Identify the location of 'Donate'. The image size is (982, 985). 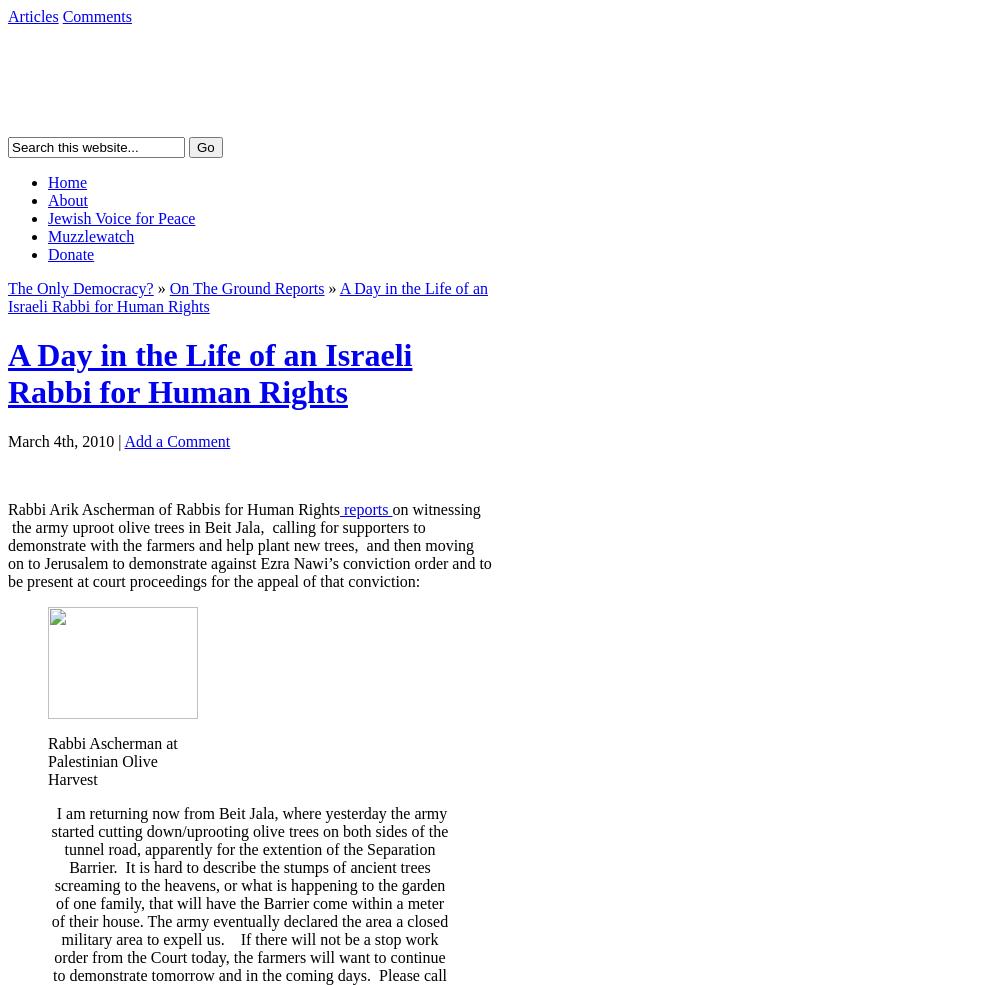
(69, 253).